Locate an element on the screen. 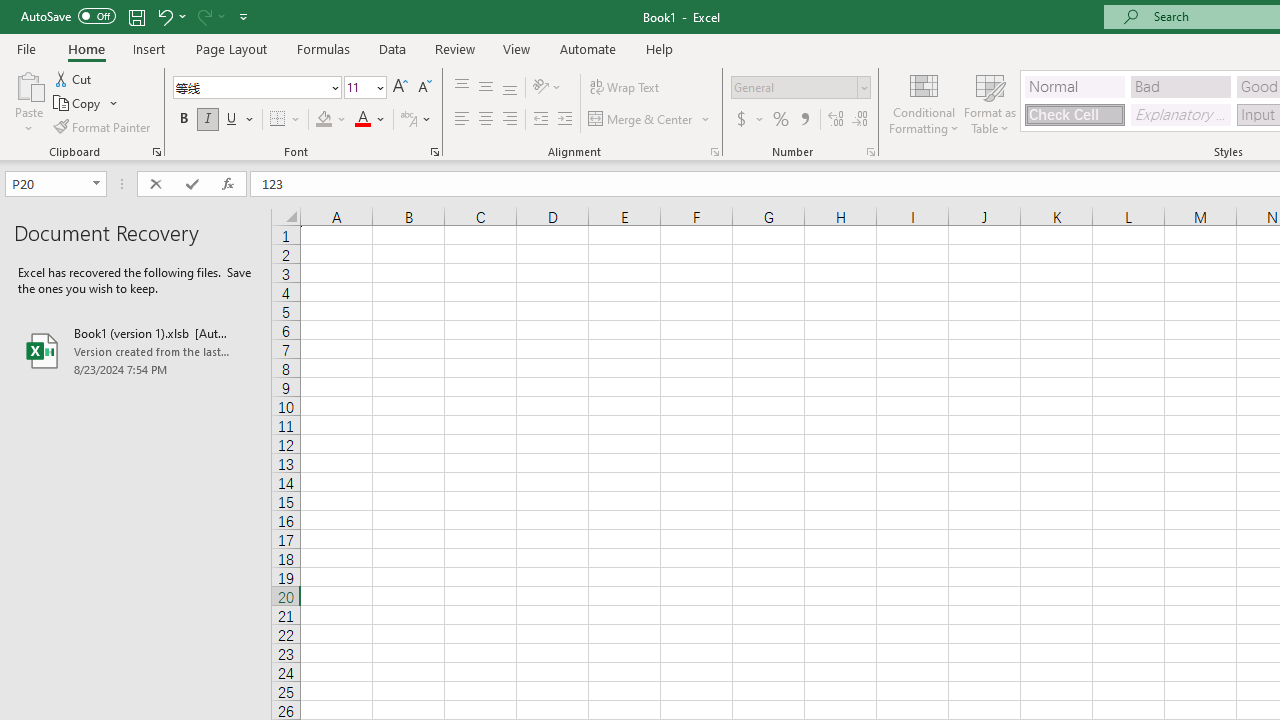  'Underline' is located at coordinates (232, 119).